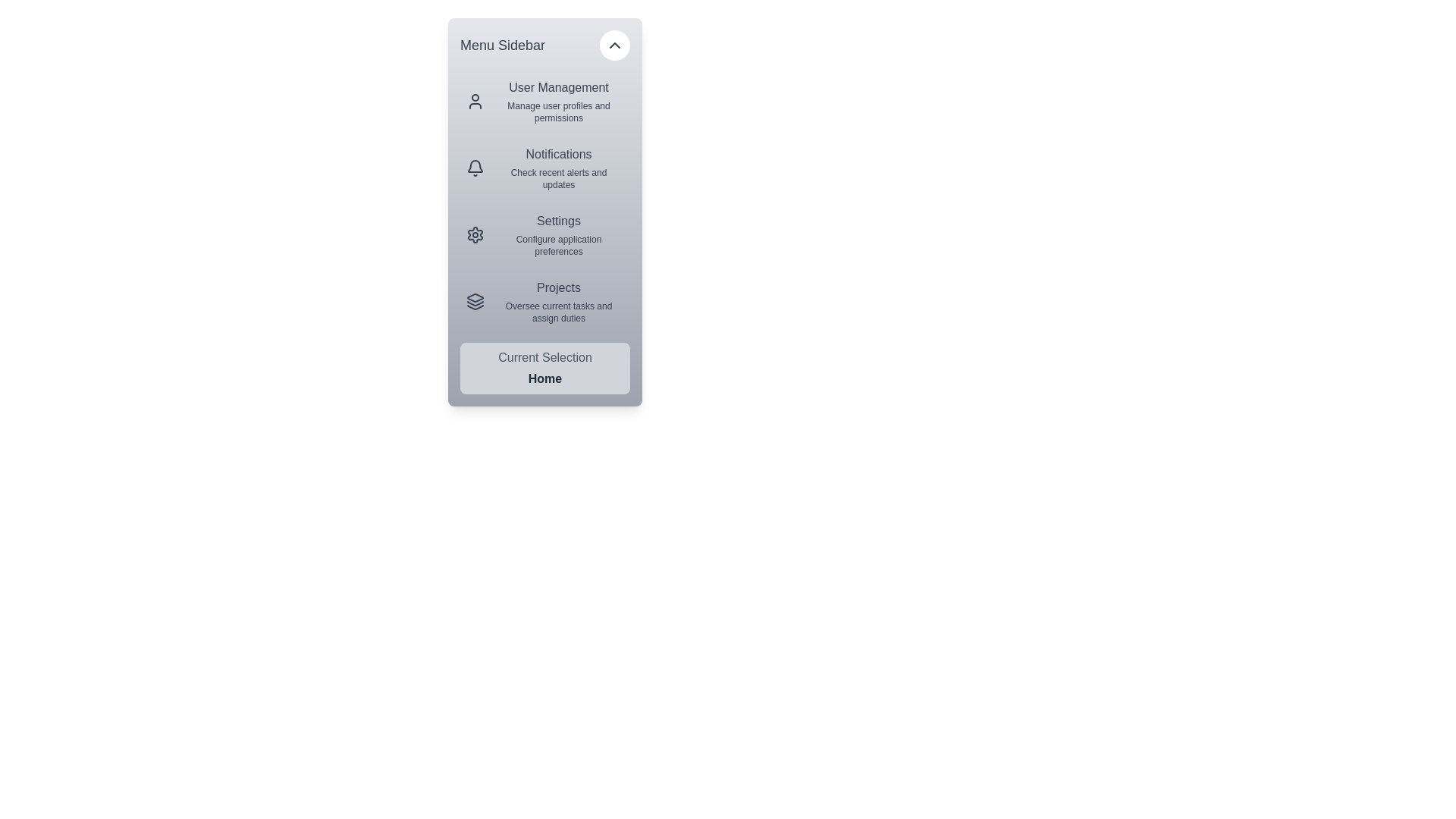 This screenshot has height=819, width=1456. I want to click on the 'Settings' text label in the sidebar menu, which serves as a heading for the settings section and is centrally aligned above the subtitle 'Configure application preferences', so click(558, 221).